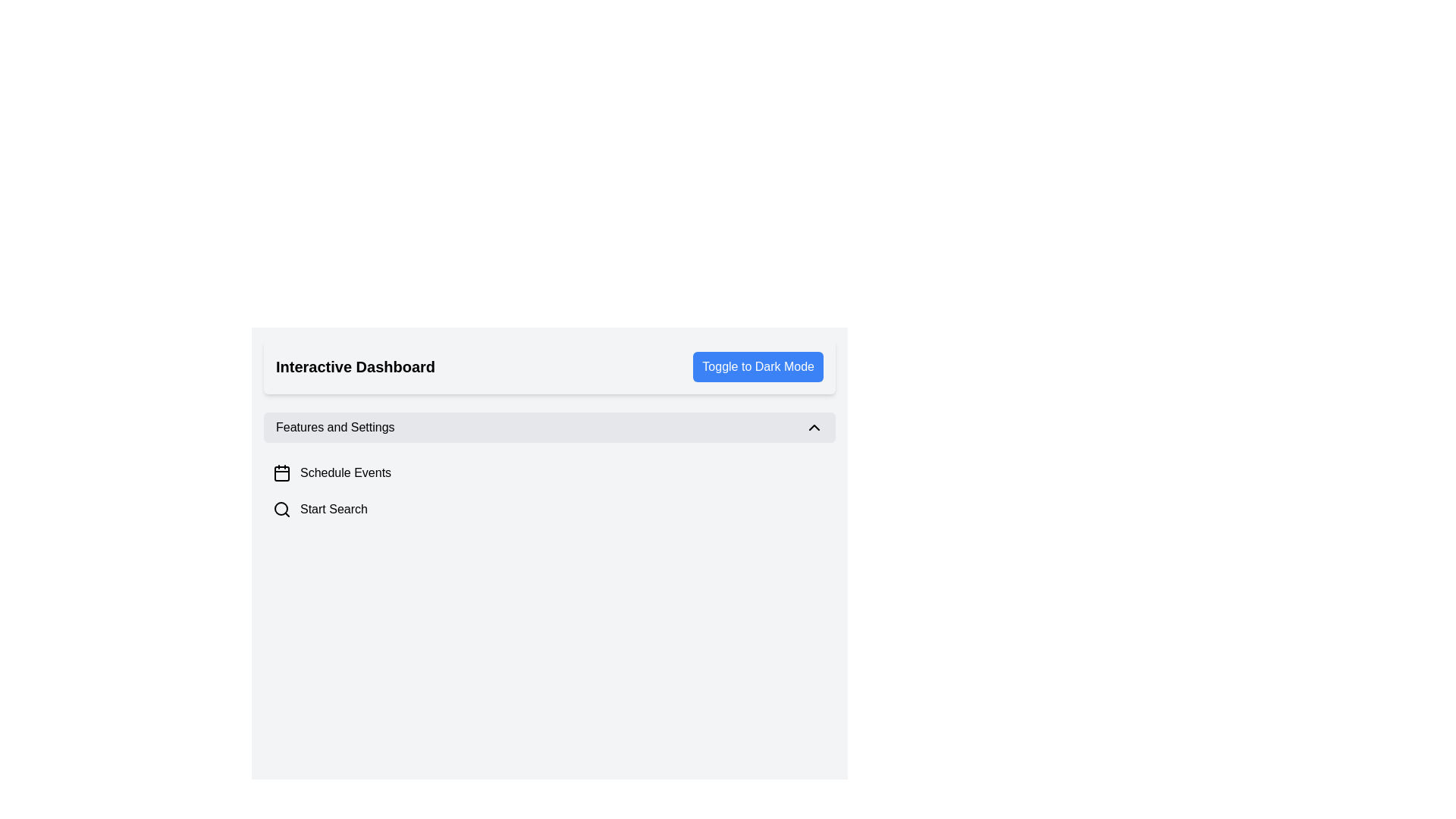  Describe the element at coordinates (282, 472) in the screenshot. I see `the calendar-shaped icon in the menu item labeled 'Schedule Events'` at that location.